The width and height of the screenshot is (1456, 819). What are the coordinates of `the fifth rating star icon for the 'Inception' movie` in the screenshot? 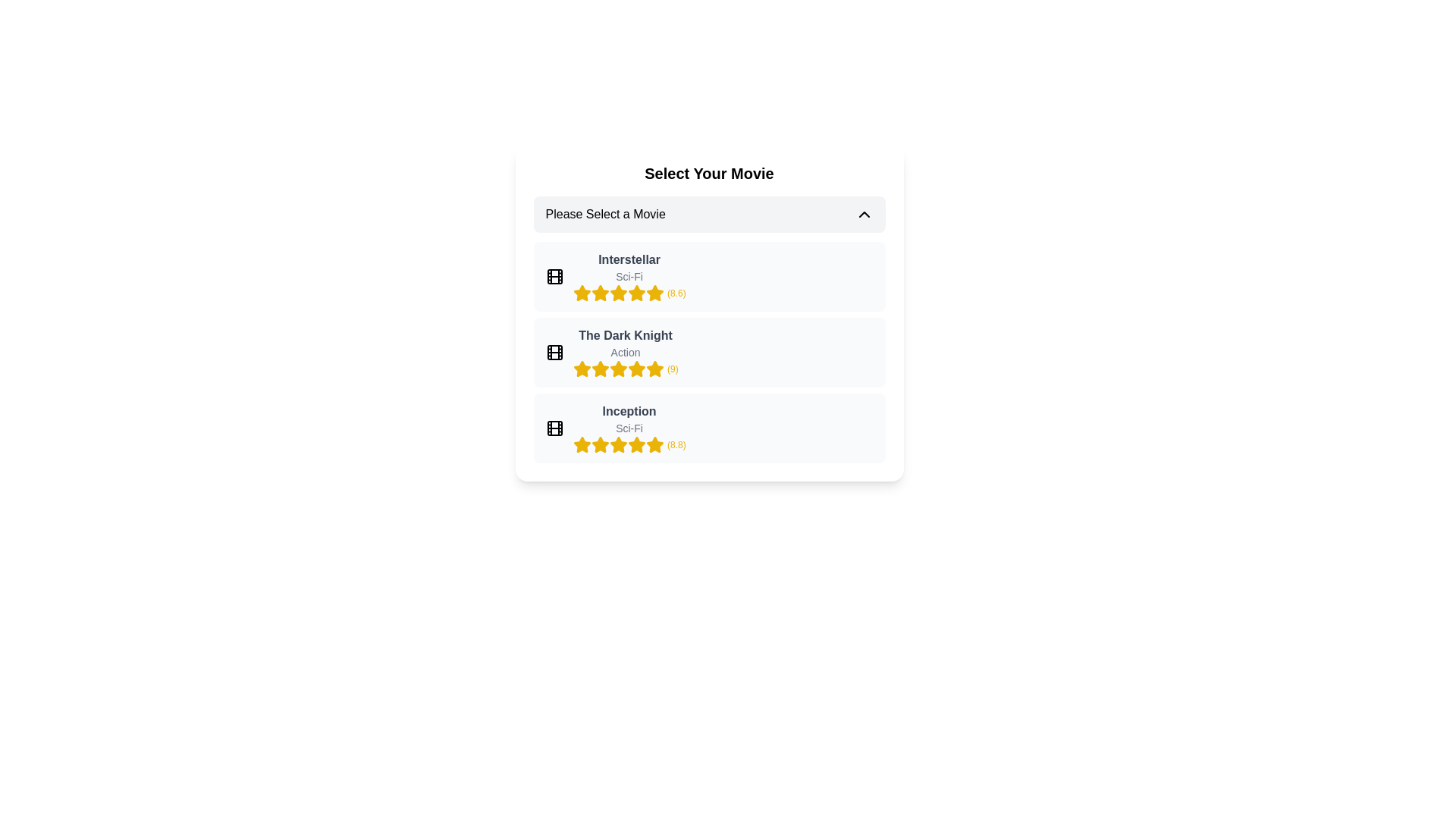 It's located at (618, 444).